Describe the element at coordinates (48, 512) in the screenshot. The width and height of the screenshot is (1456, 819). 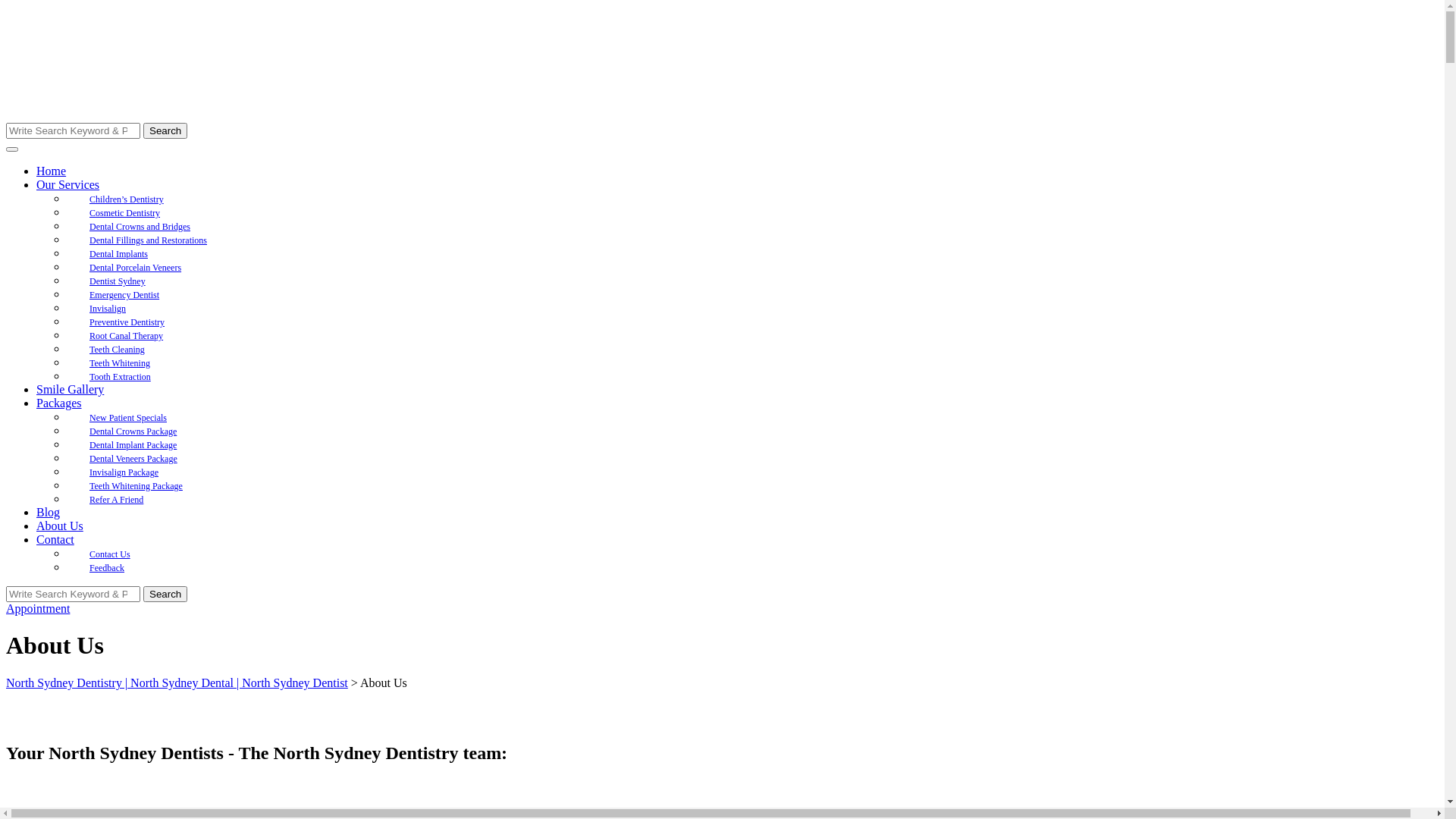
I see `'Blog'` at that location.